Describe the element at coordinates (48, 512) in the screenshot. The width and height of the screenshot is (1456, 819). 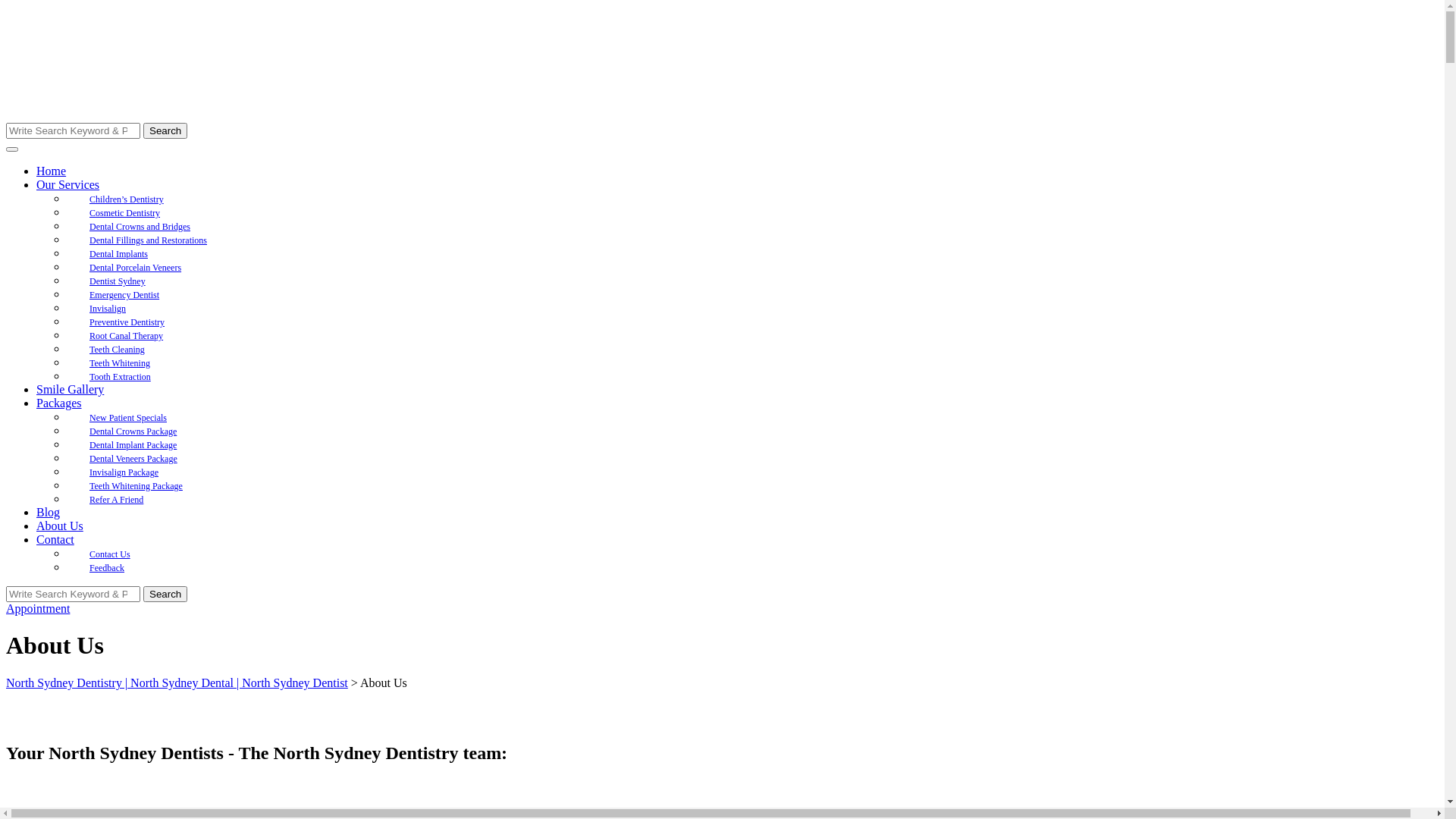
I see `'Blog'` at that location.